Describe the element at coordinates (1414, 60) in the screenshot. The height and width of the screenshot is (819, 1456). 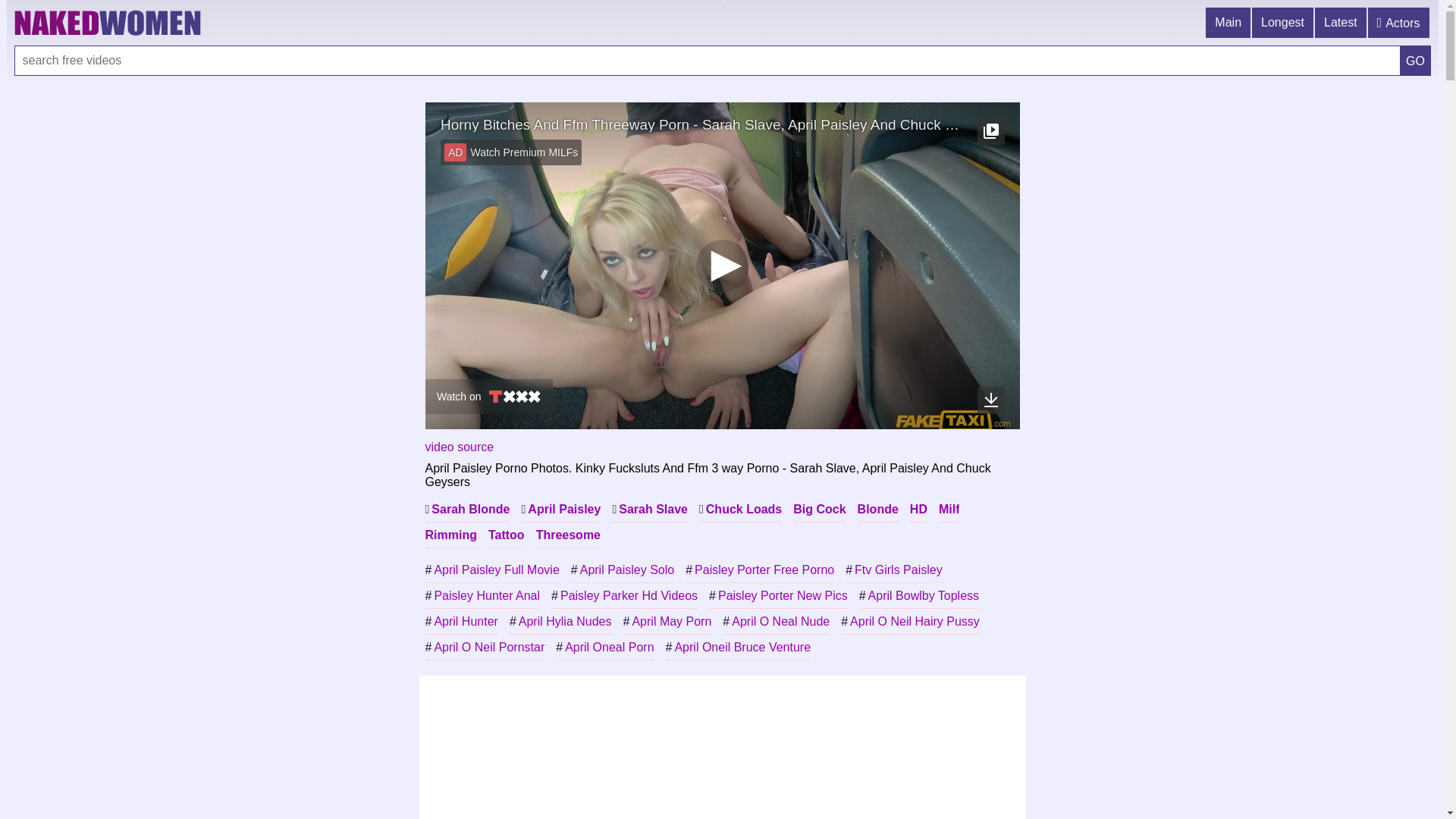
I see `'GO'` at that location.